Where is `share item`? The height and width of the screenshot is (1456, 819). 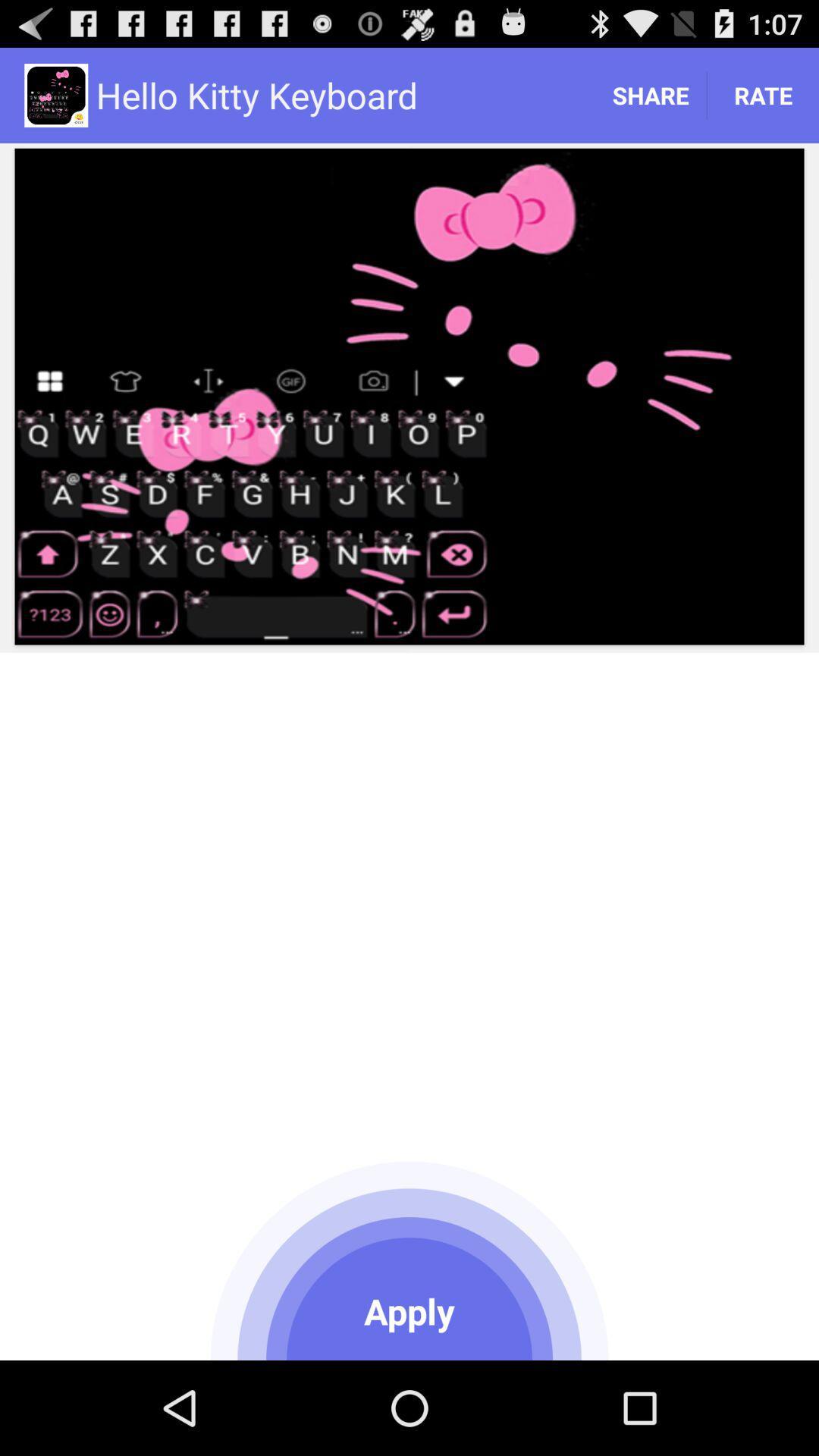
share item is located at coordinates (649, 94).